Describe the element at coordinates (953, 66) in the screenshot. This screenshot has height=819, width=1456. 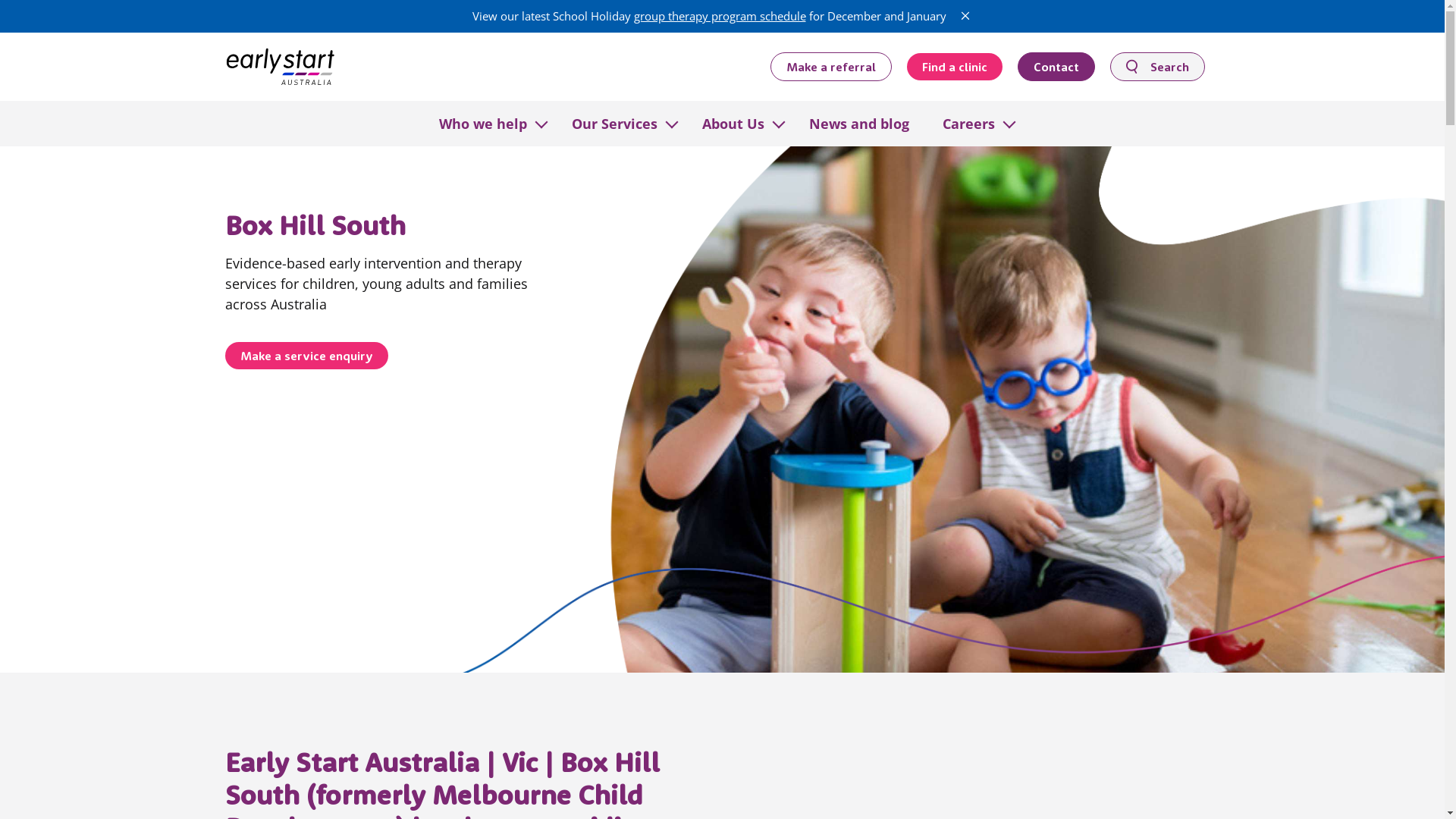
I see `'Find a clinic'` at that location.